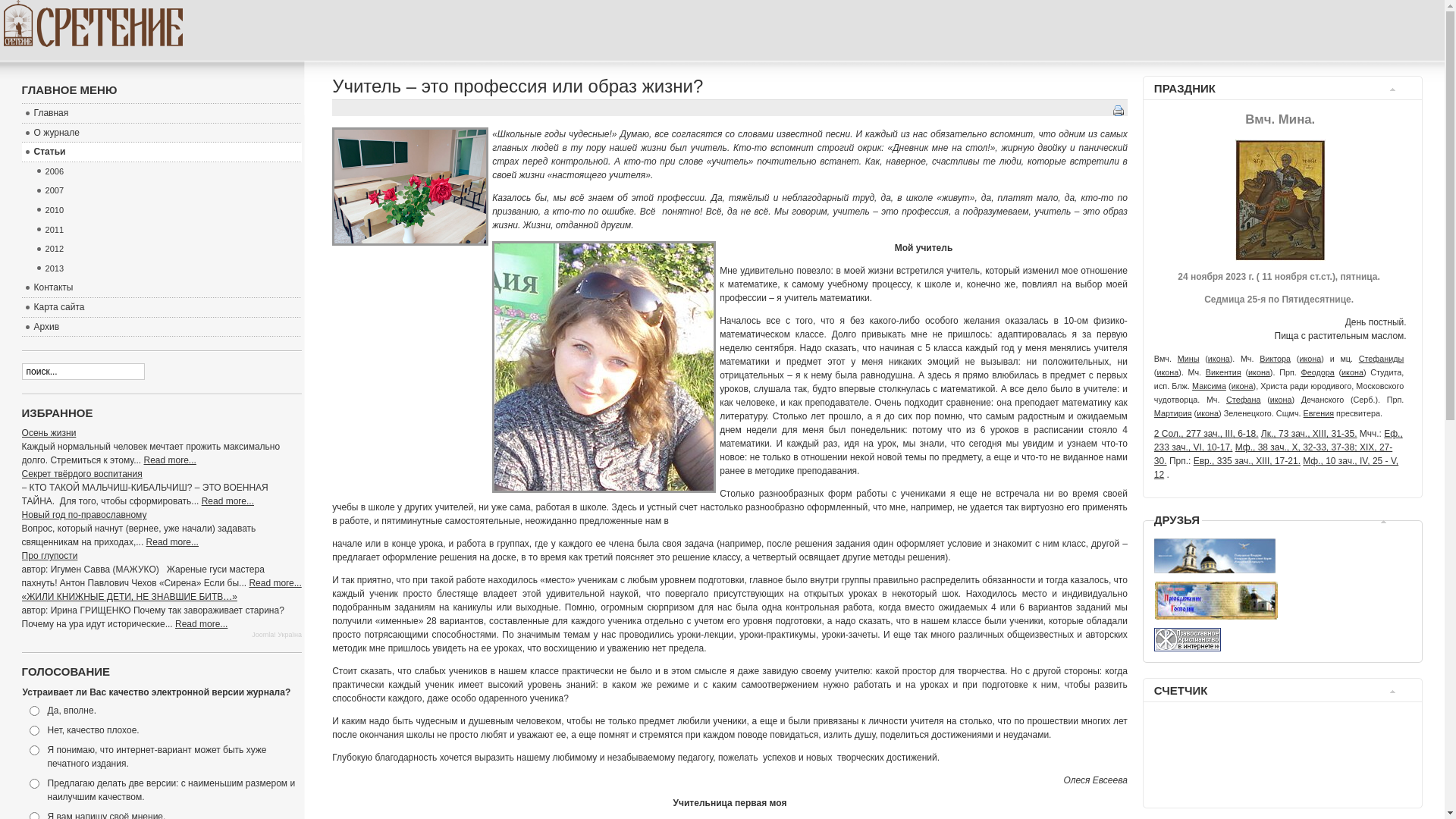 The image size is (1456, 819). I want to click on '2012', so click(167, 248).